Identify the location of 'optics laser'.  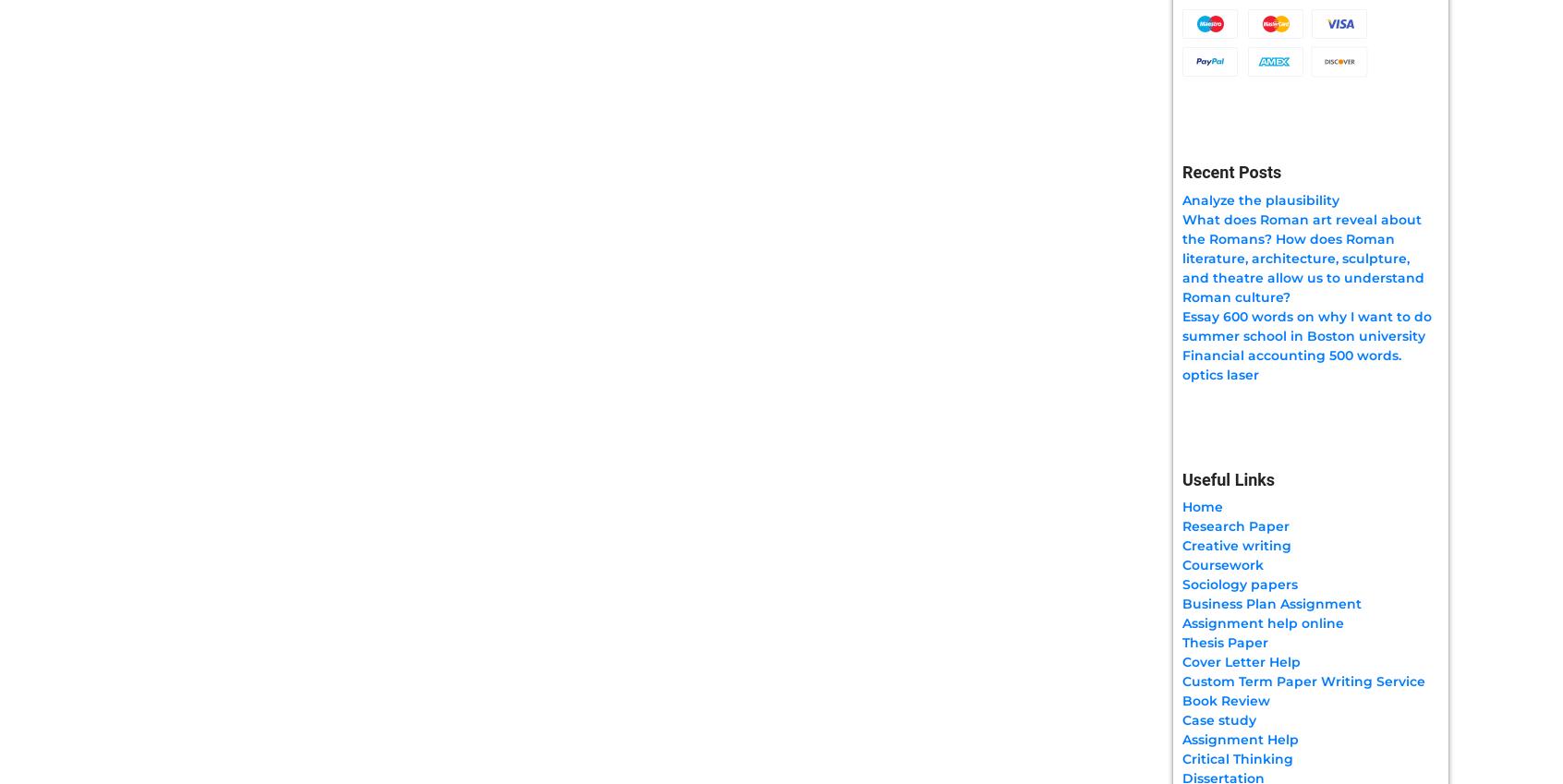
(1219, 372).